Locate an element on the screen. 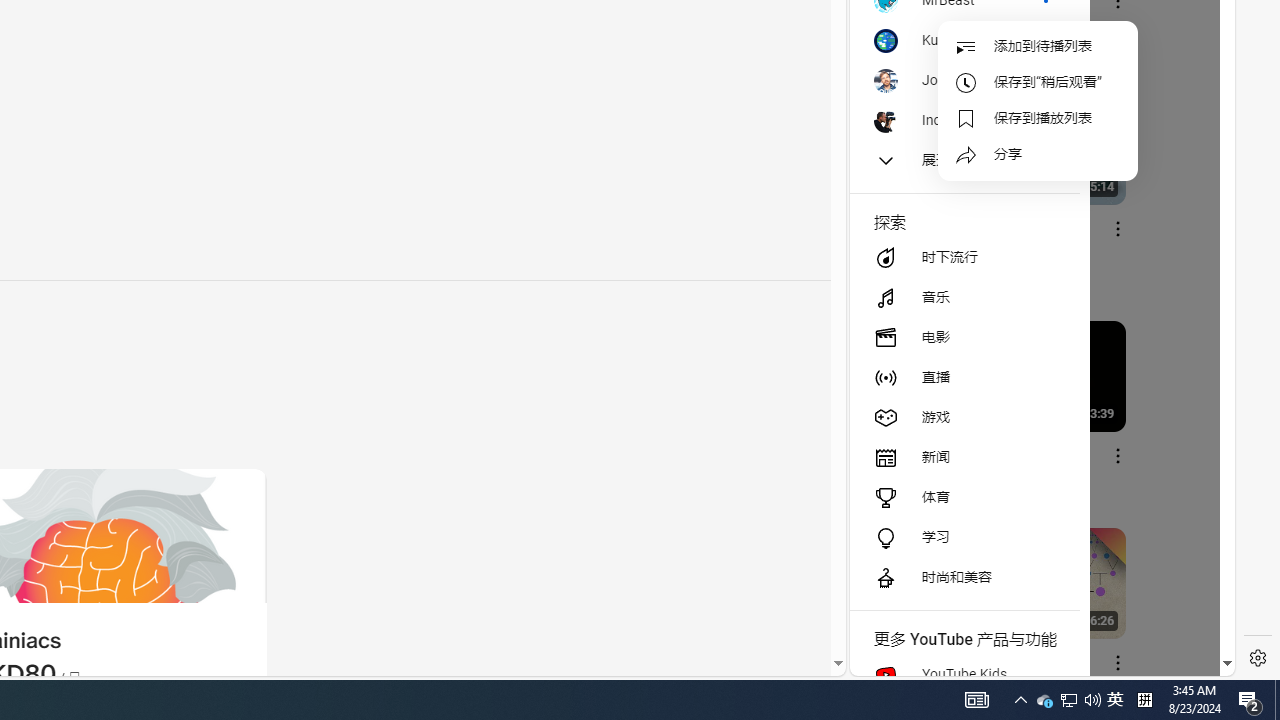 This screenshot has width=1280, height=720. 'Click to scroll right' is located at coordinates (1196, 82).